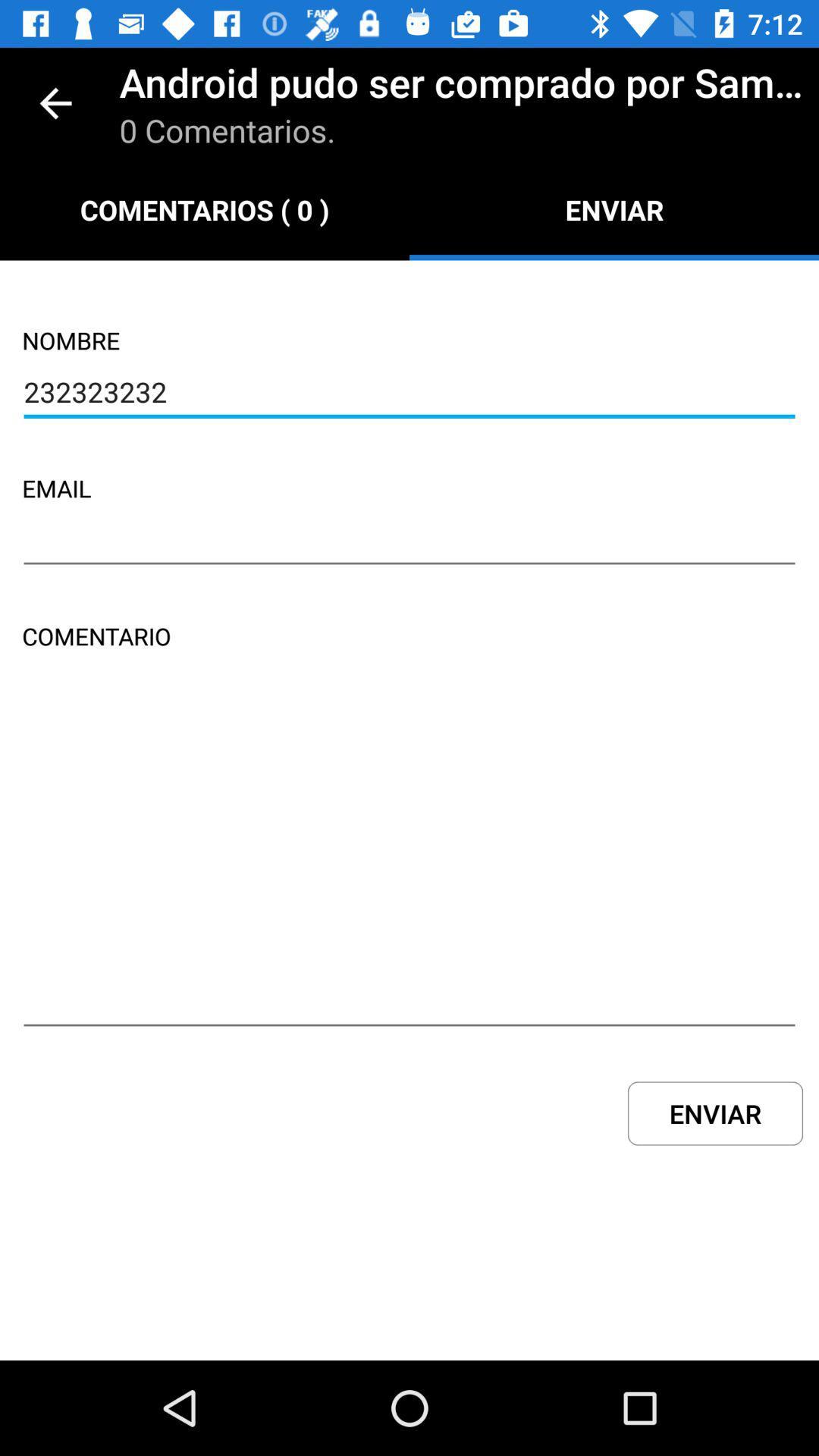 Image resolution: width=819 pixels, height=1456 pixels. What do you see at coordinates (409, 542) in the screenshot?
I see `the item above comentario item` at bounding box center [409, 542].